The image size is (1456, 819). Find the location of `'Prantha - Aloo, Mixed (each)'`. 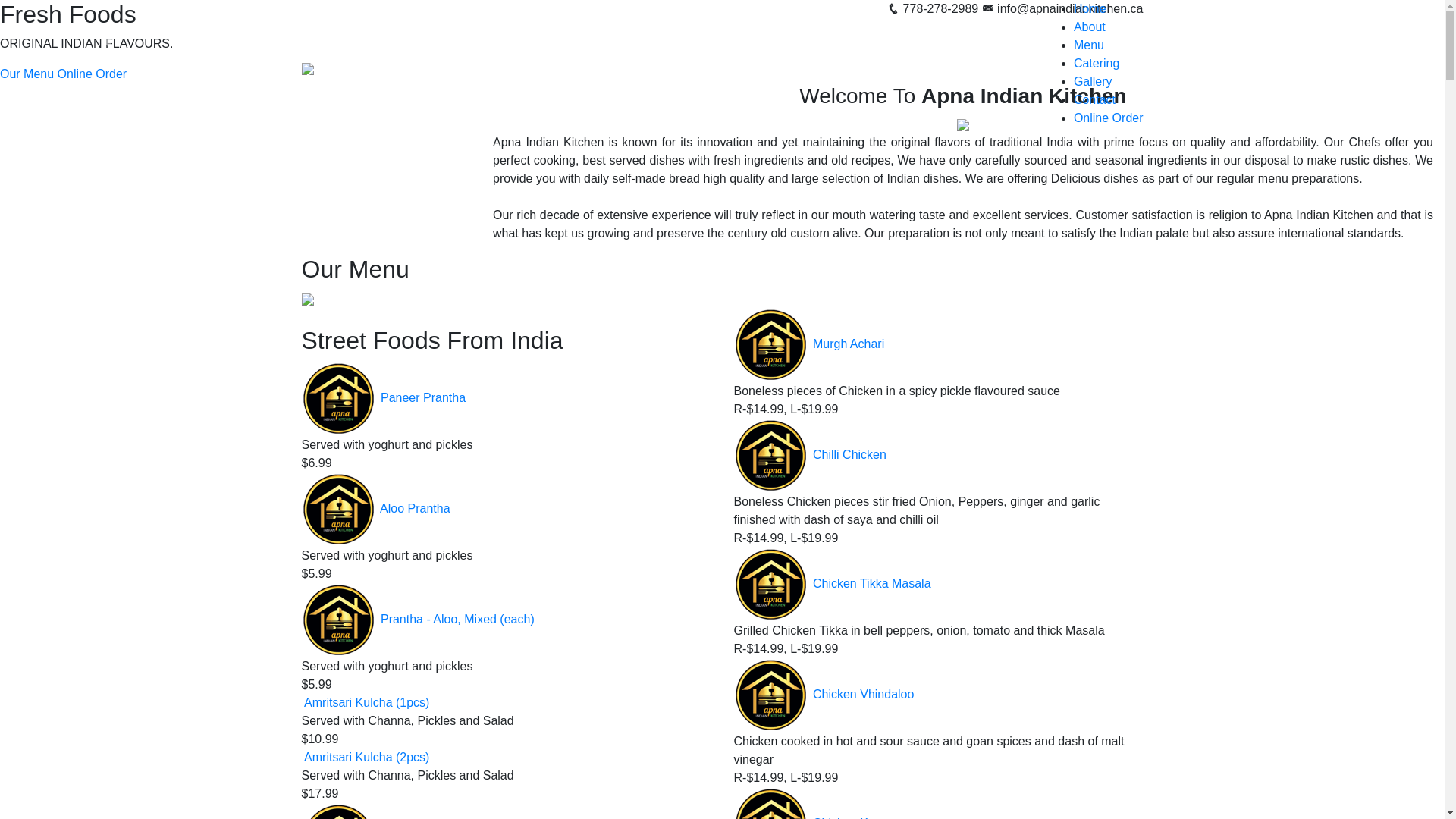

'Prantha - Aloo, Mixed (each)' is located at coordinates (457, 619).